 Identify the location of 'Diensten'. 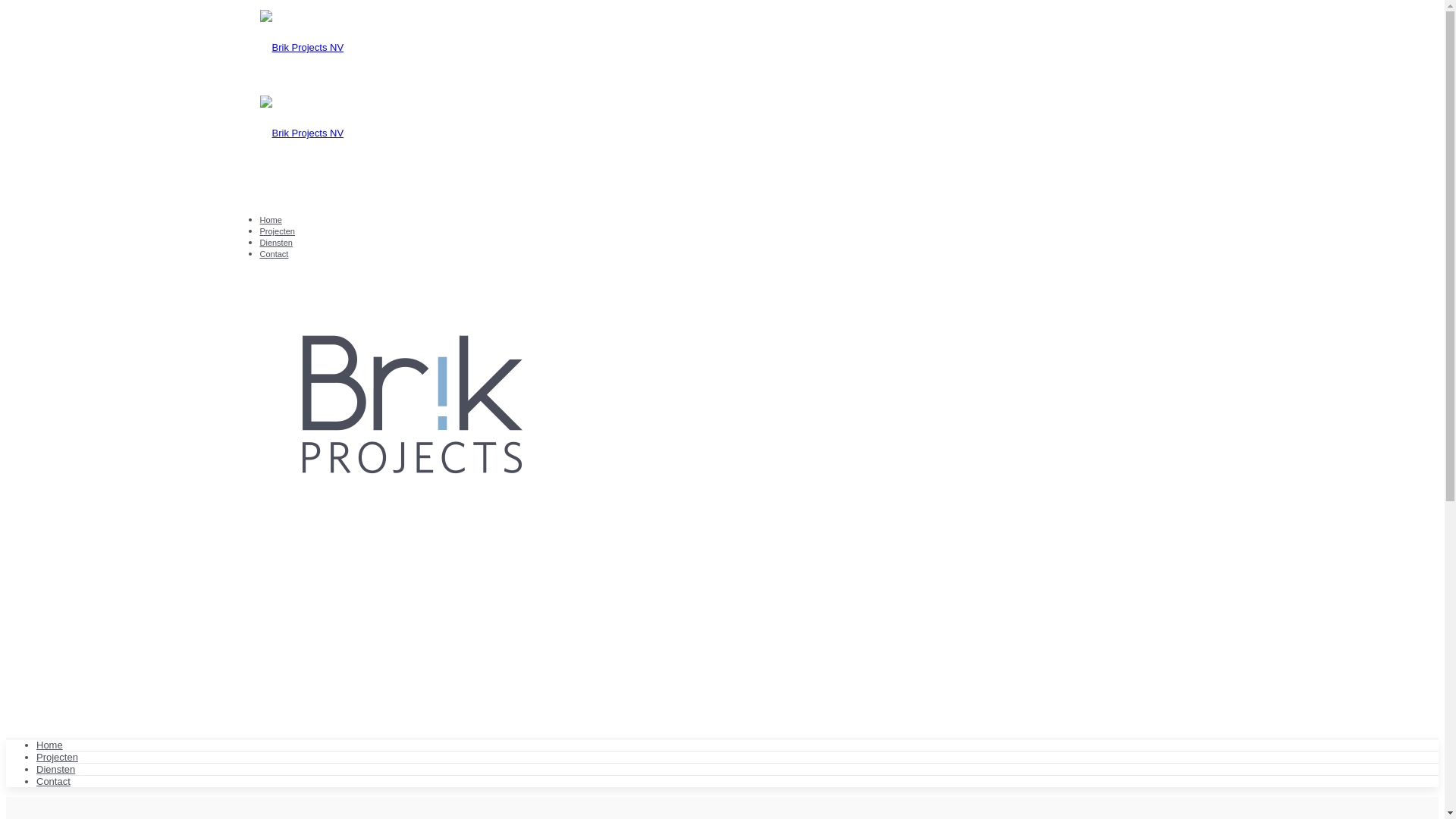
(275, 242).